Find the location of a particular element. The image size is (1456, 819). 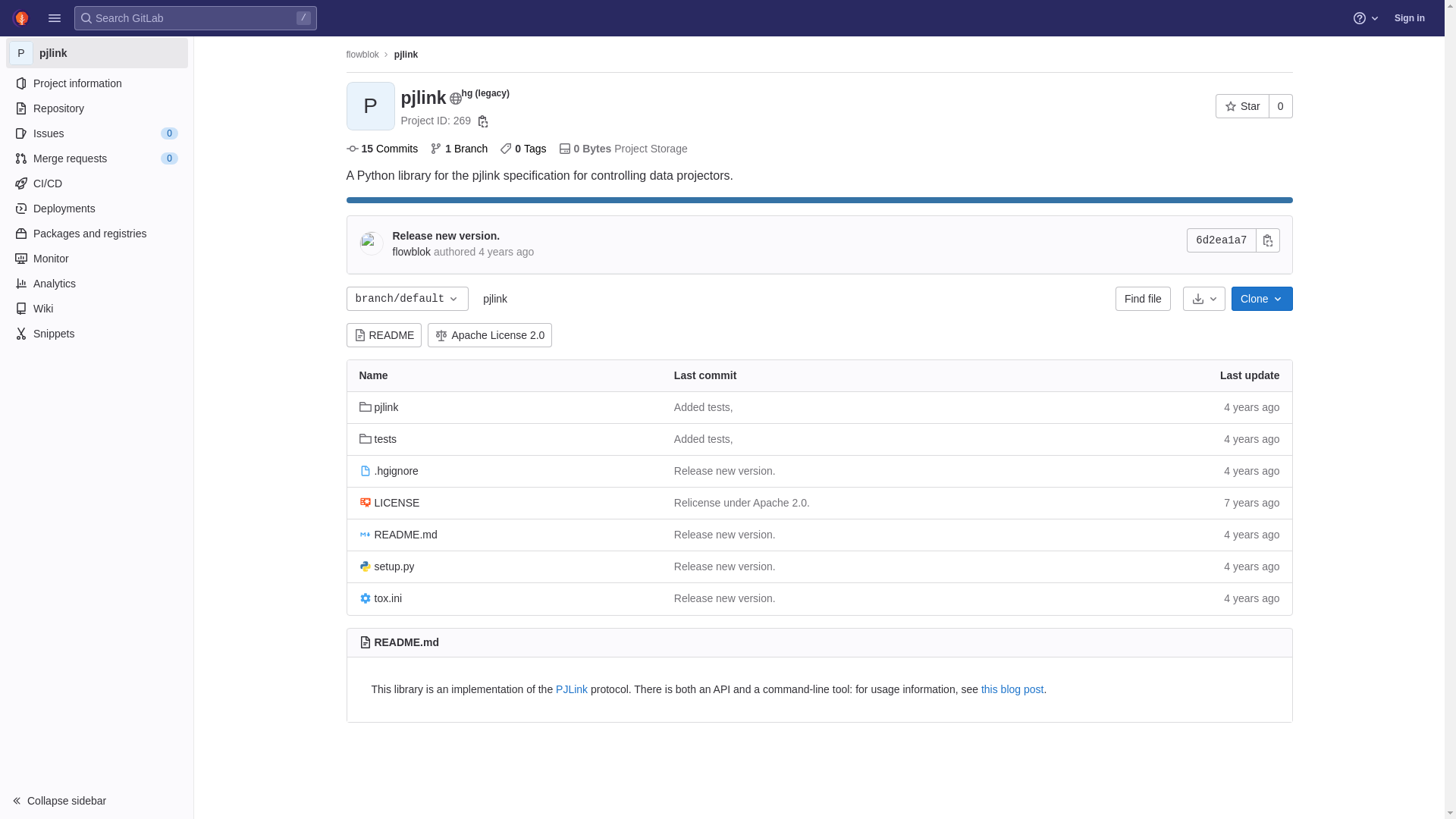

'Project information' is located at coordinates (96, 83).